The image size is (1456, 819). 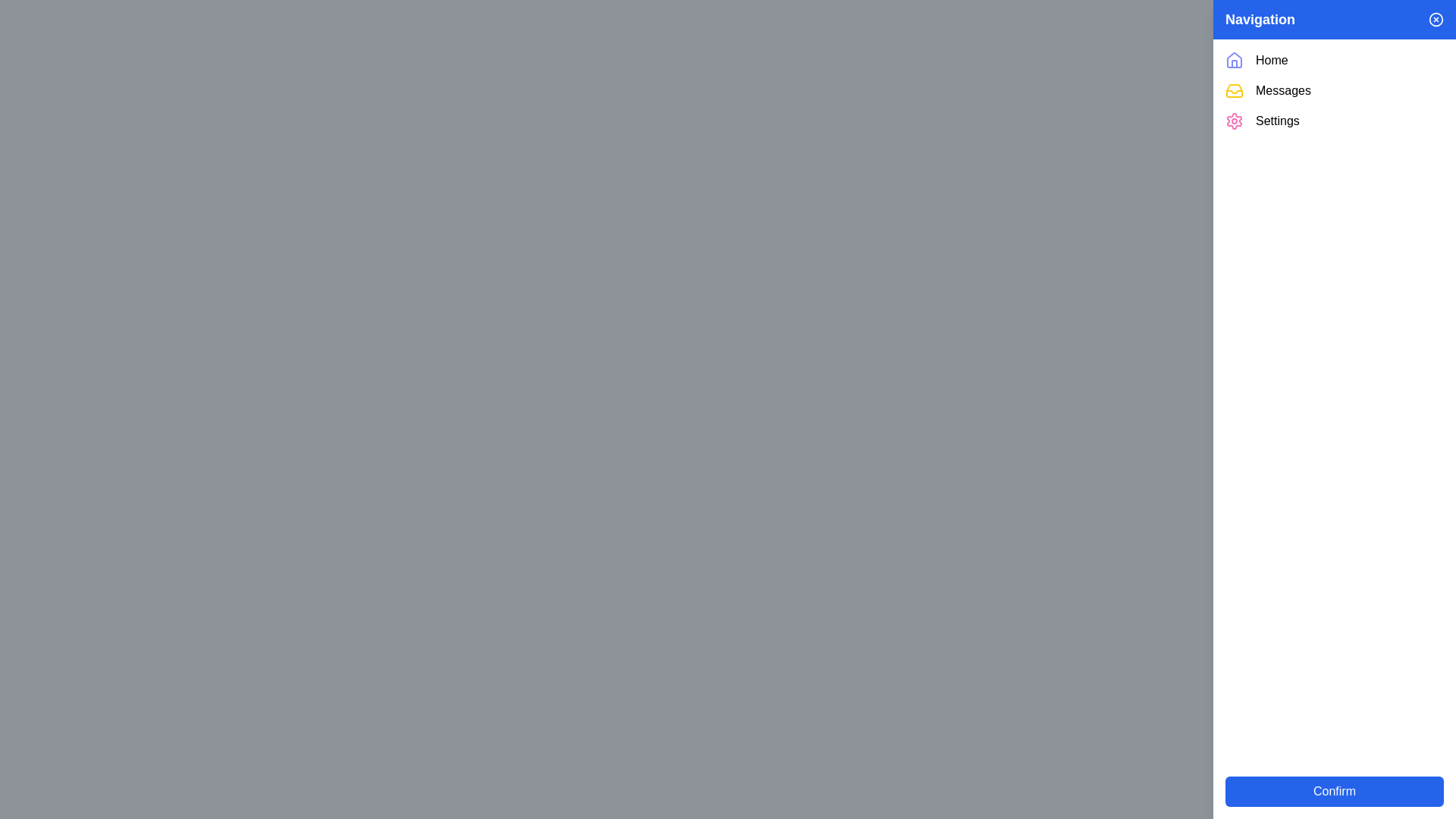 I want to click on the 'Settings' text label, which is part of the navigation menu and located next to a pink gear icon, so click(x=1276, y=120).